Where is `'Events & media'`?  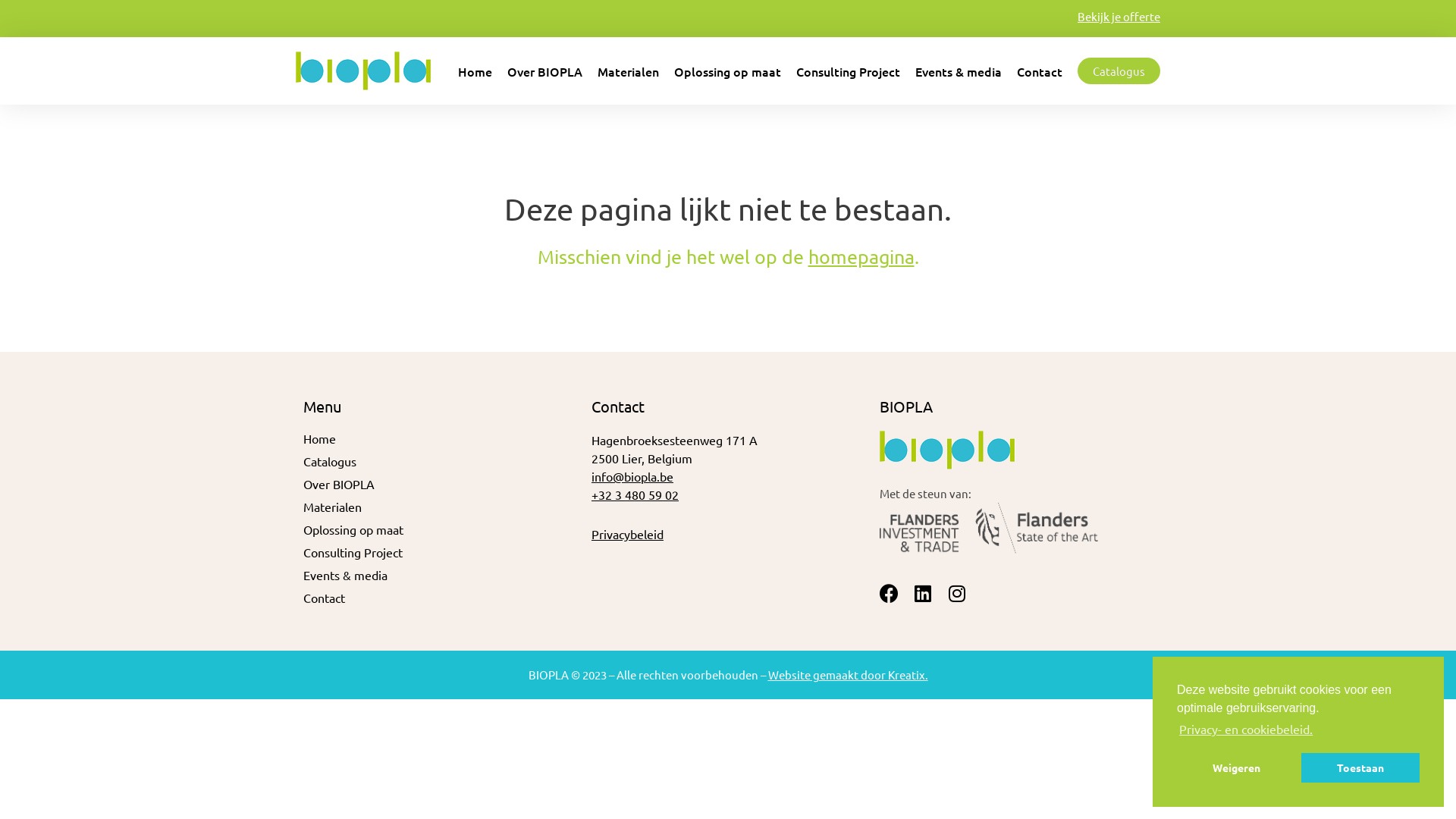
'Events & media' is located at coordinates (957, 71).